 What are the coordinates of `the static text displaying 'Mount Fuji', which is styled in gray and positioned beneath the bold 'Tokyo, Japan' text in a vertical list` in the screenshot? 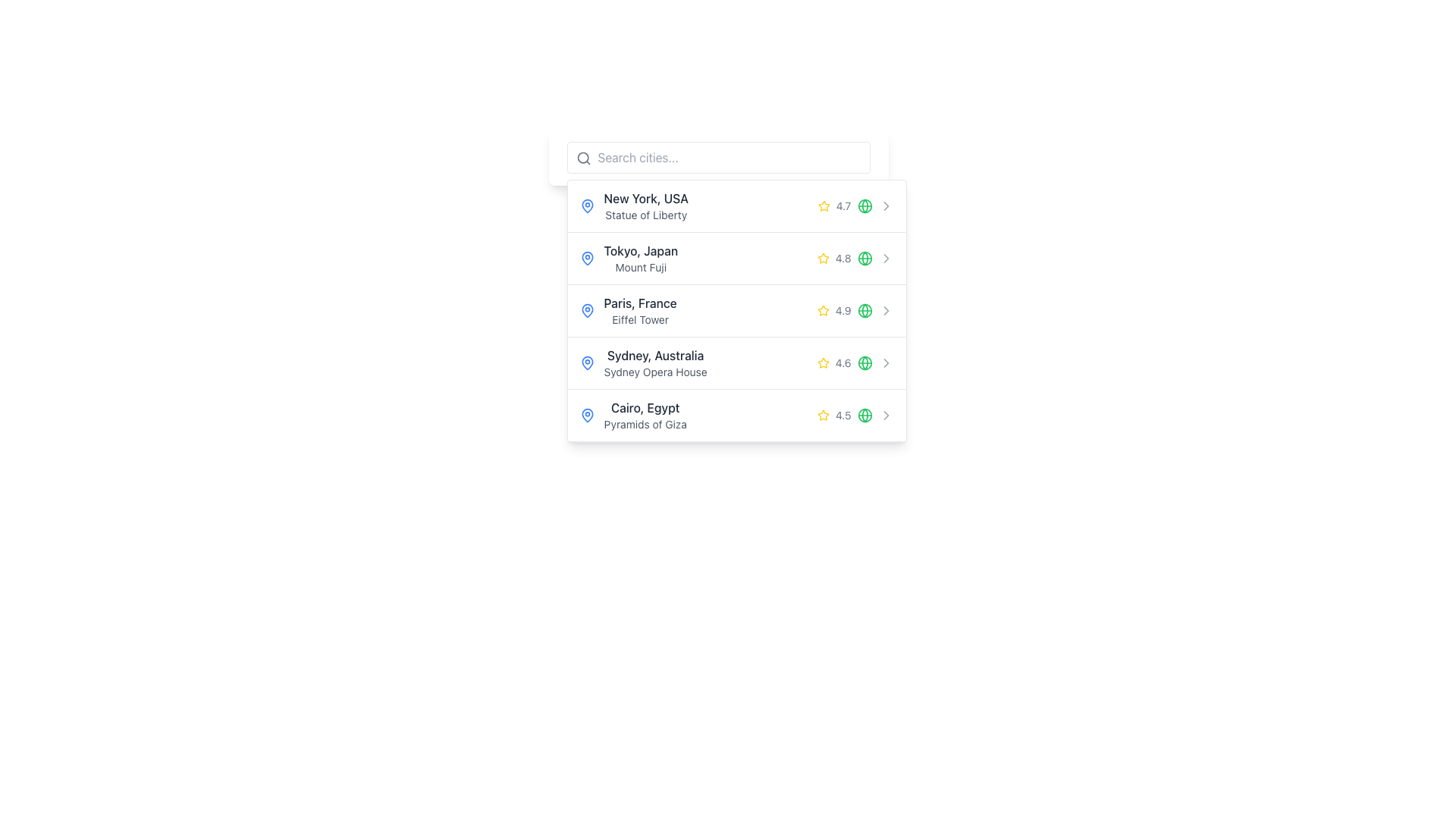 It's located at (641, 267).